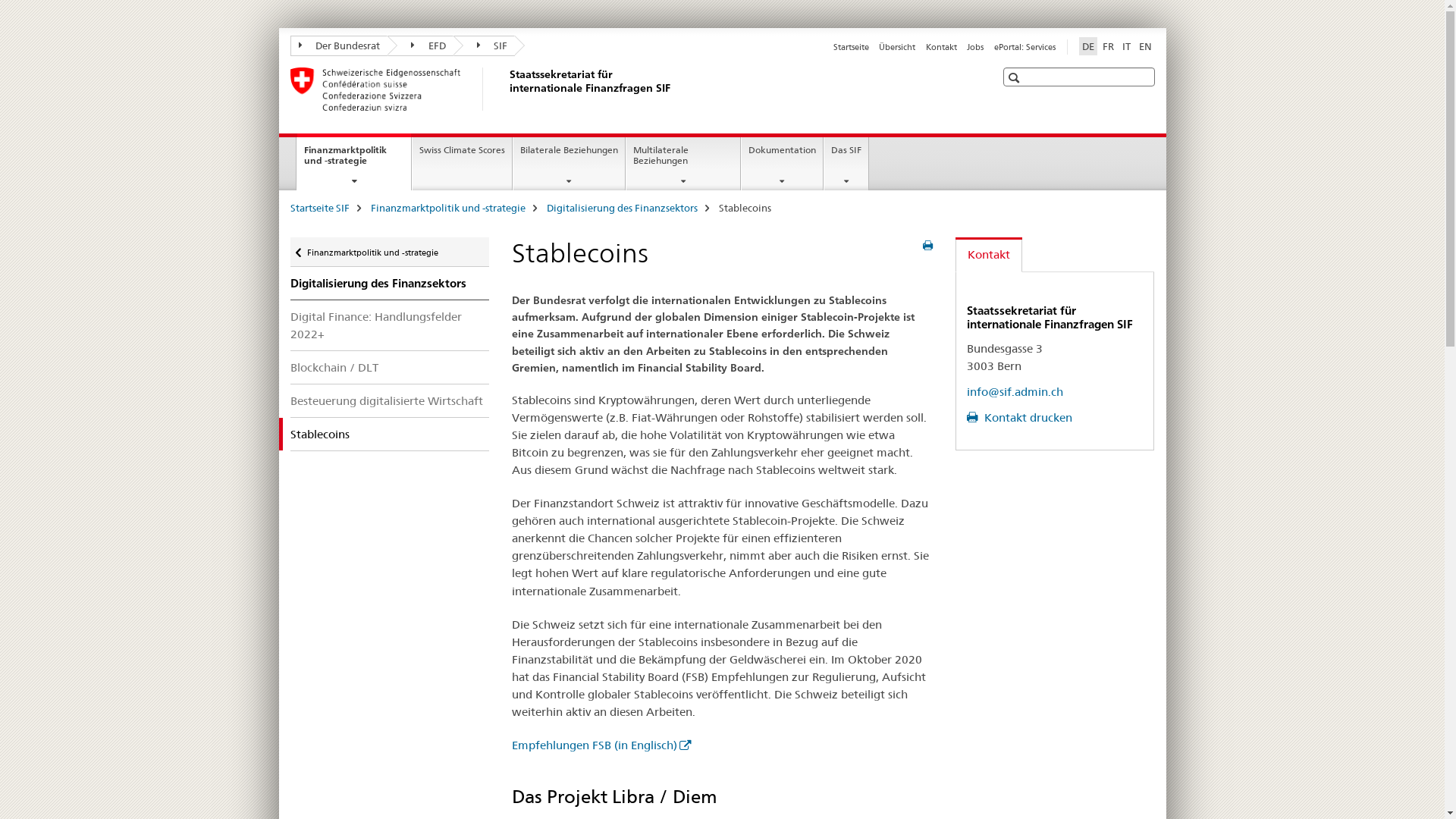 Image resolution: width=1456 pixels, height=819 pixels. What do you see at coordinates (1015, 391) in the screenshot?
I see `'info@sif.admin.ch'` at bounding box center [1015, 391].